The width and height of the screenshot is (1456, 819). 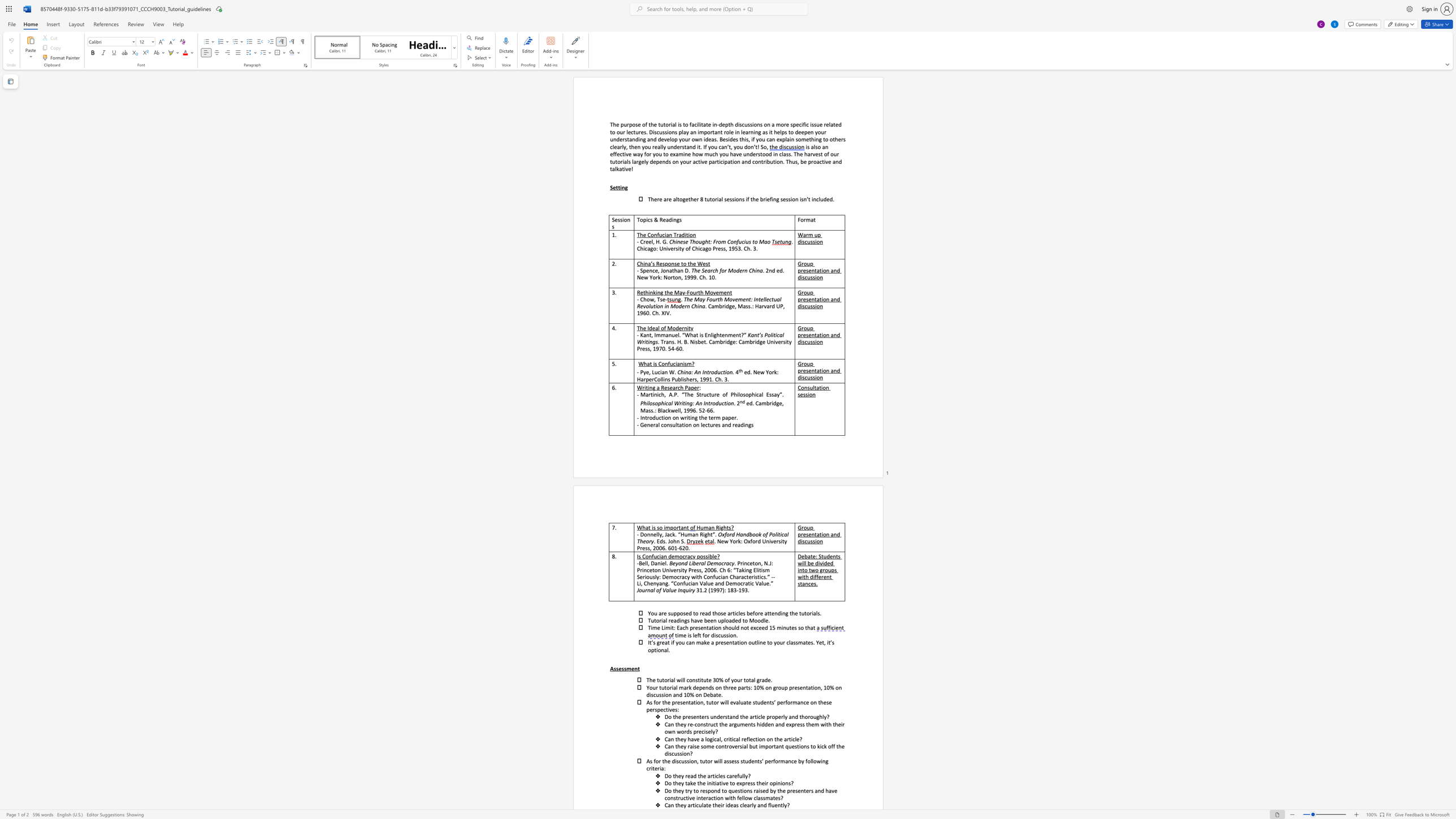 I want to click on the subset text "is Confucianism?" within the text "What is Confucianism?", so click(x=653, y=363).